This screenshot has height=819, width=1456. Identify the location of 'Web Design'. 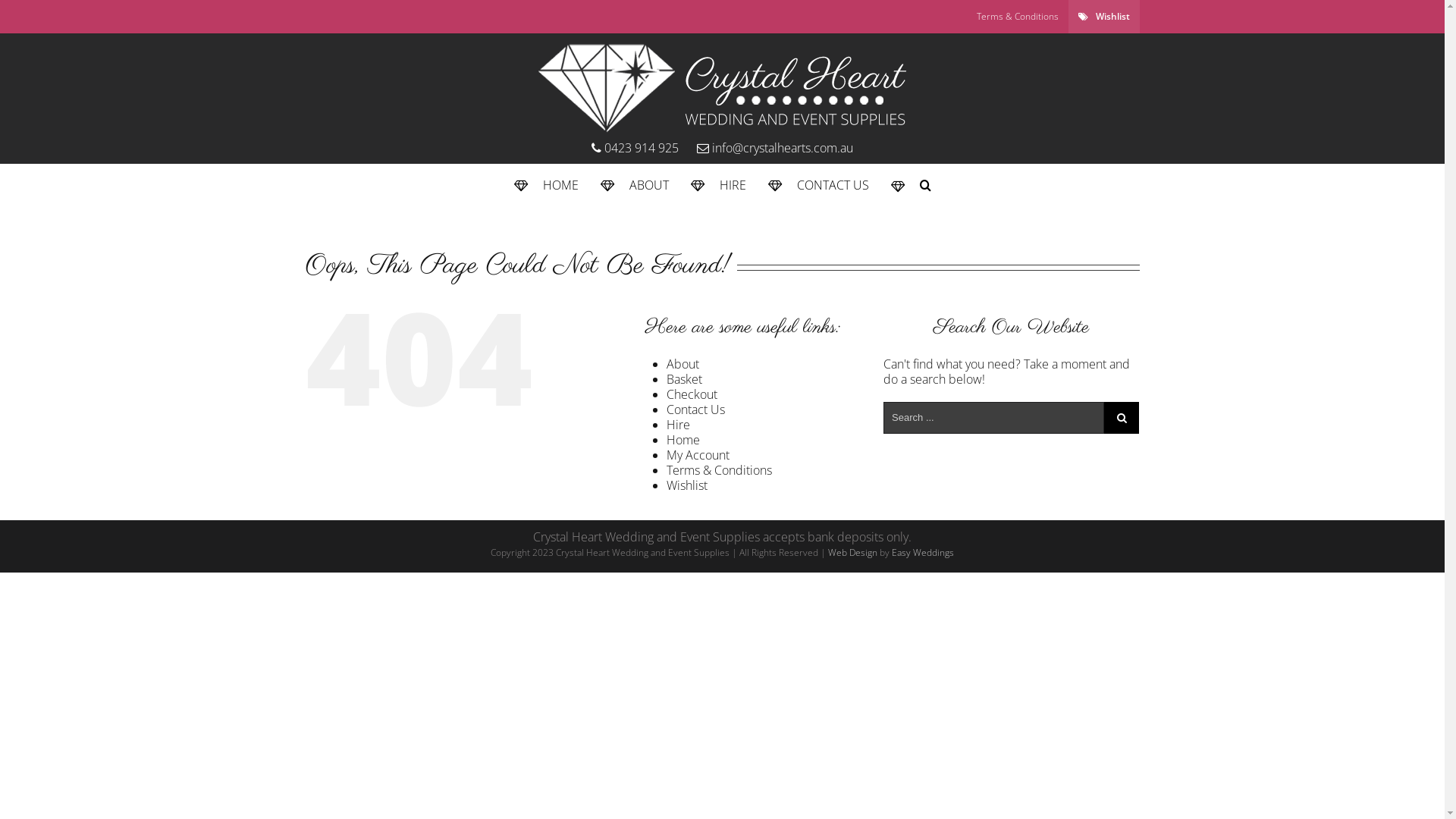
(852, 552).